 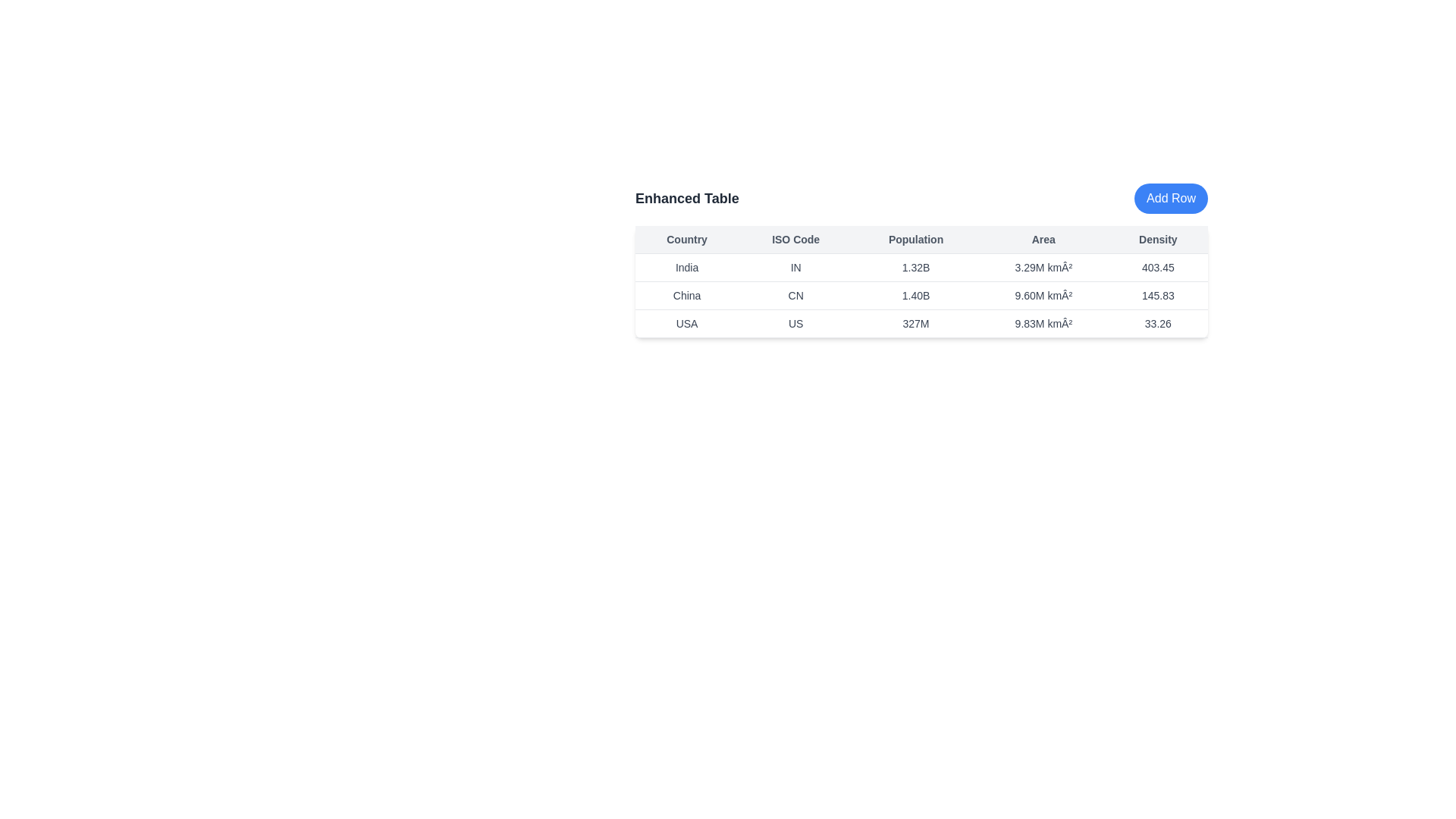 I want to click on the header label for the 'Area' column in the table, which is located in the fourth column, between 'Population' and 'Density', so click(x=1043, y=239).